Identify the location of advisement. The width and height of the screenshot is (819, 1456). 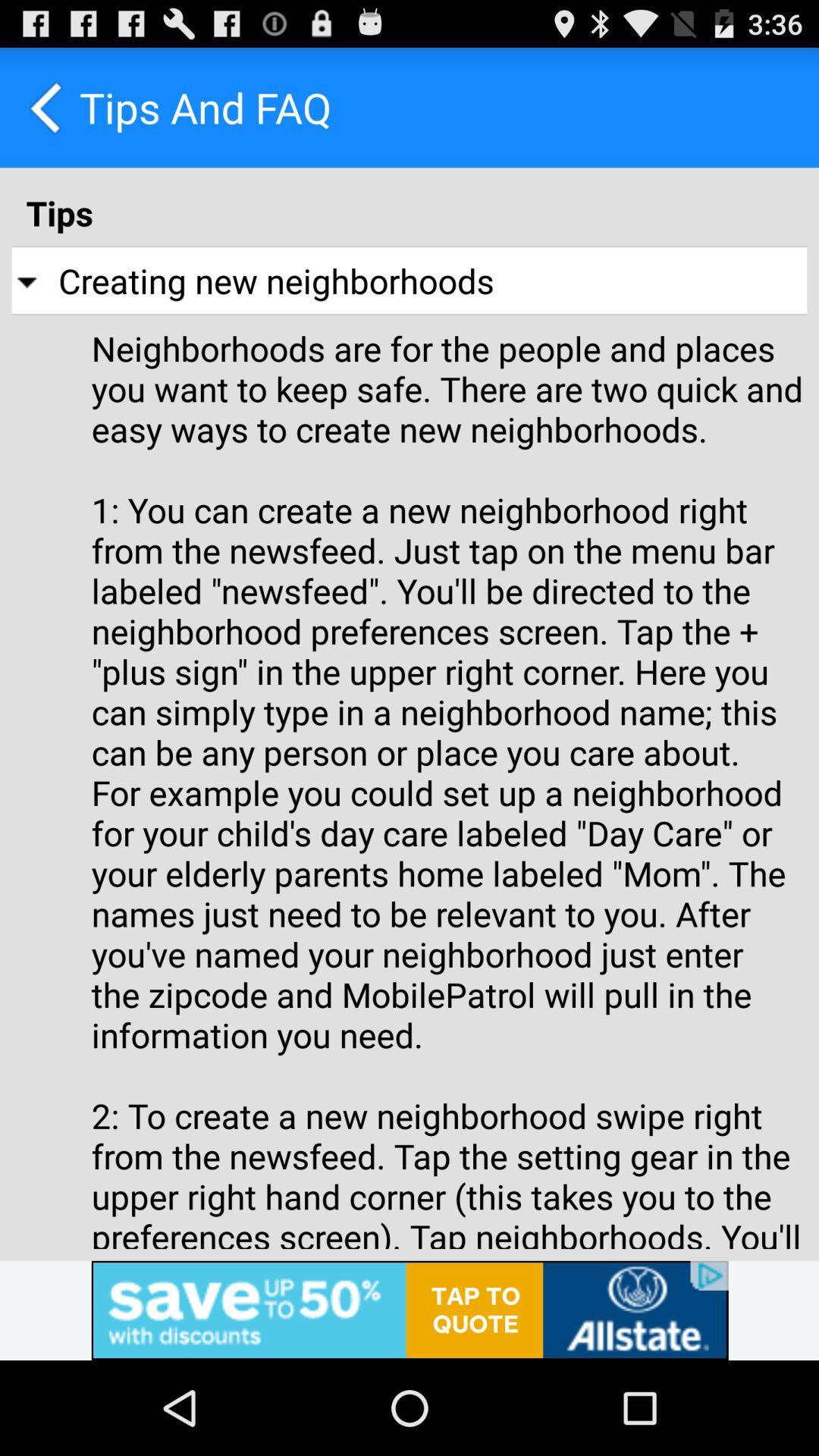
(409, 1310).